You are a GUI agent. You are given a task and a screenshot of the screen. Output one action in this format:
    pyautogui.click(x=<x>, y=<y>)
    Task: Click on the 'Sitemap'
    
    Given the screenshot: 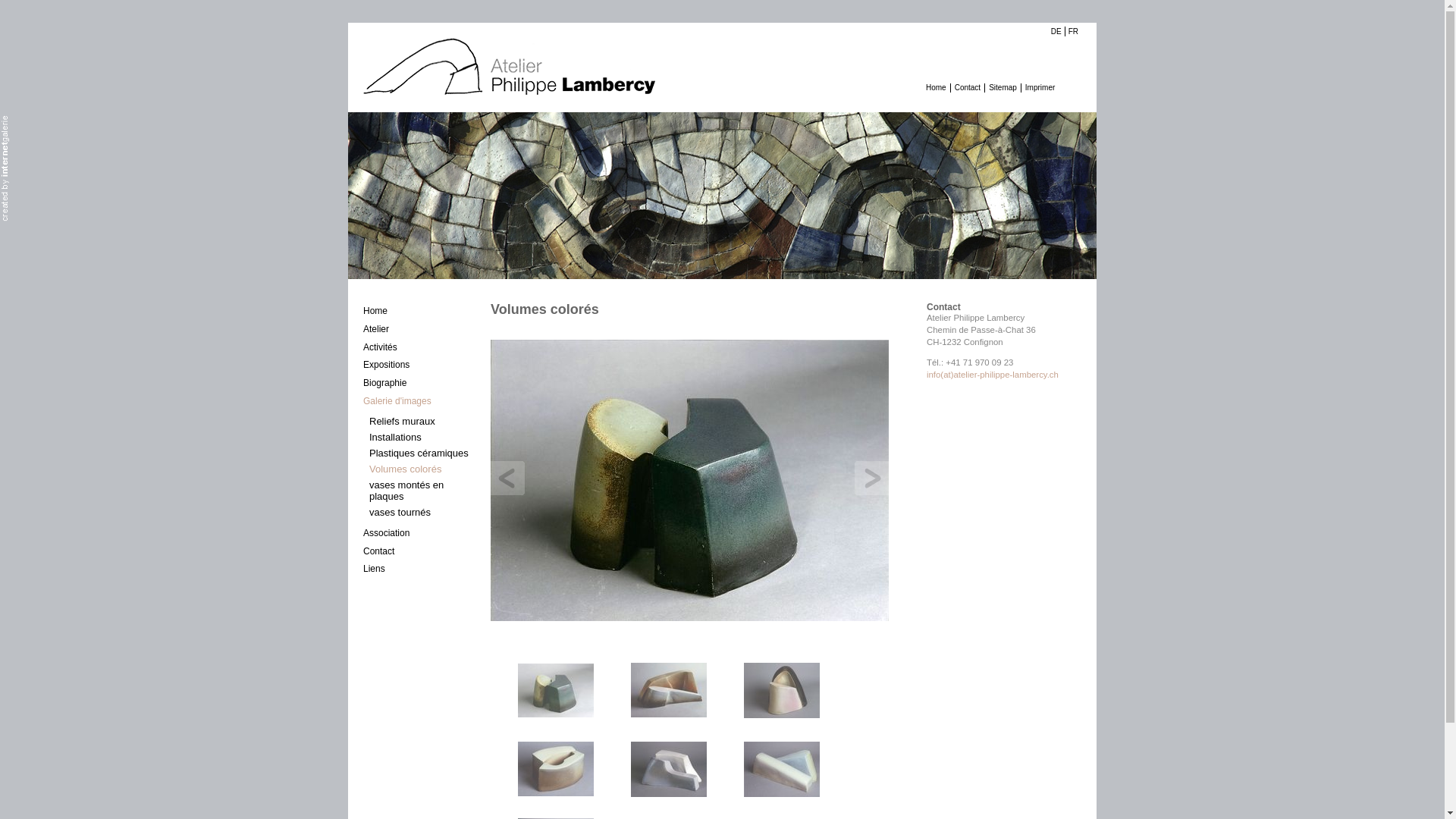 What is the action you would take?
    pyautogui.click(x=1003, y=87)
    